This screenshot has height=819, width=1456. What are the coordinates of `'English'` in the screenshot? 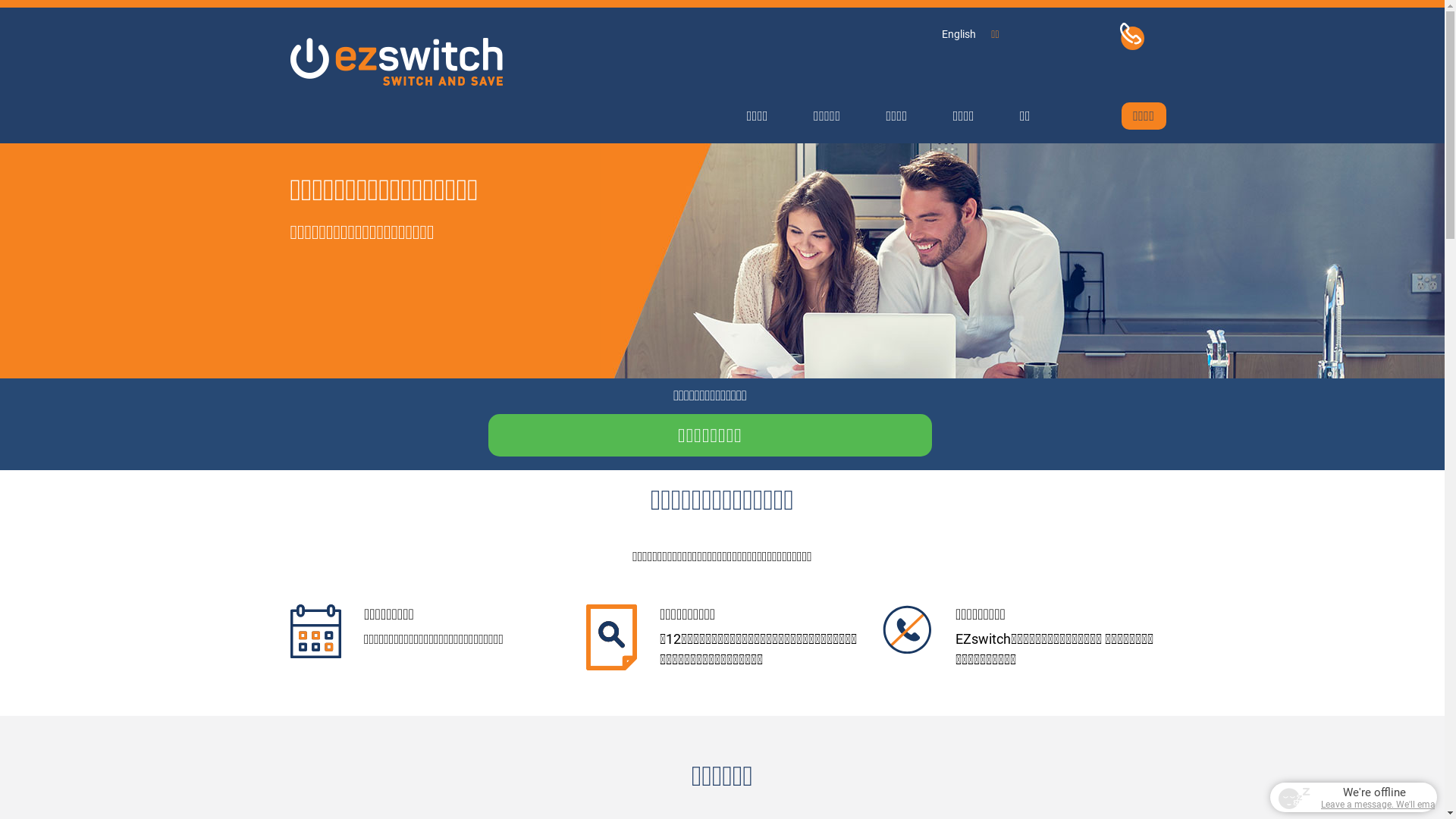 It's located at (958, 34).